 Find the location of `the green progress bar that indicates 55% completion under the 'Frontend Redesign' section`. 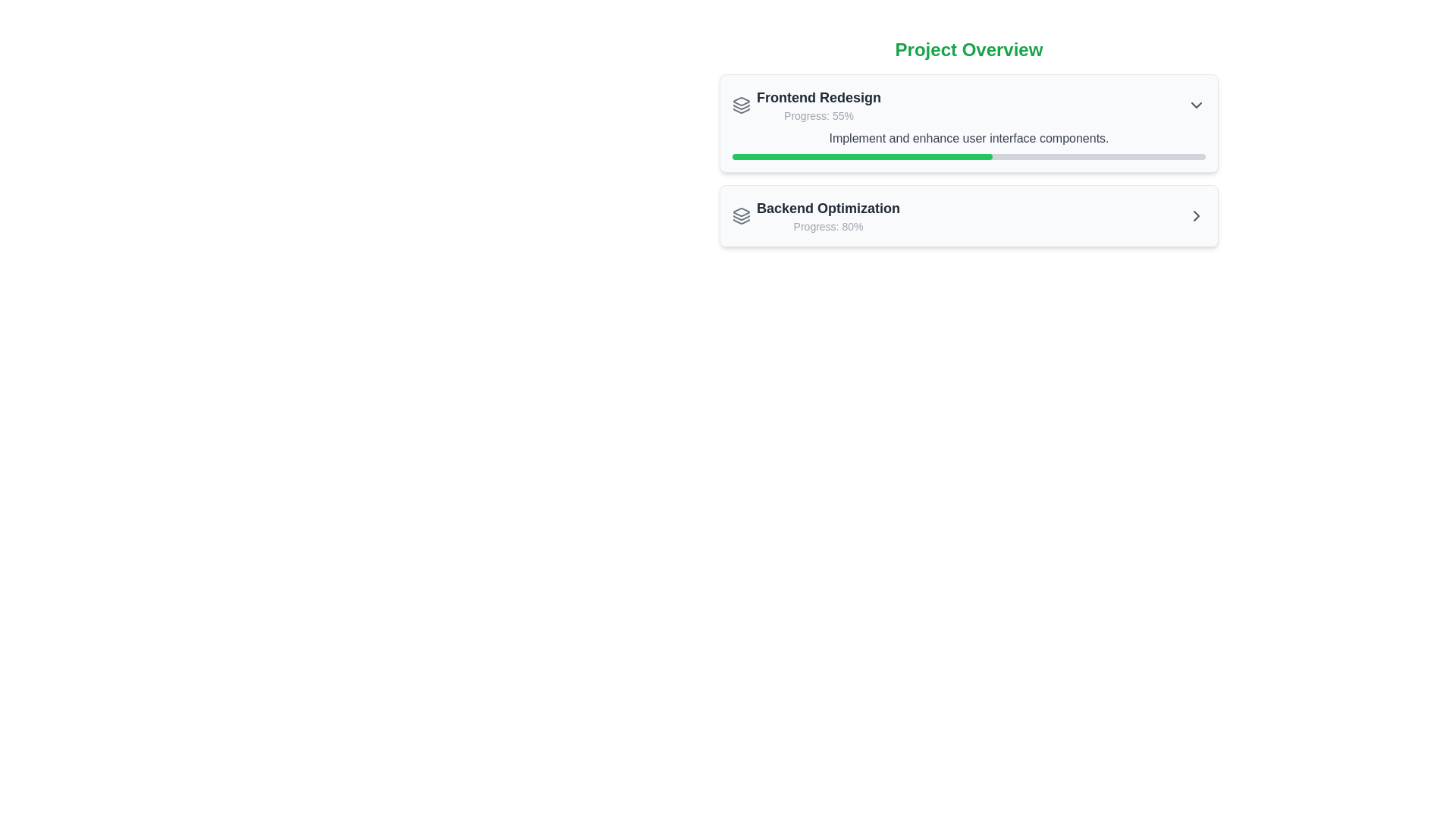

the green progress bar that indicates 55% completion under the 'Frontend Redesign' section is located at coordinates (862, 157).